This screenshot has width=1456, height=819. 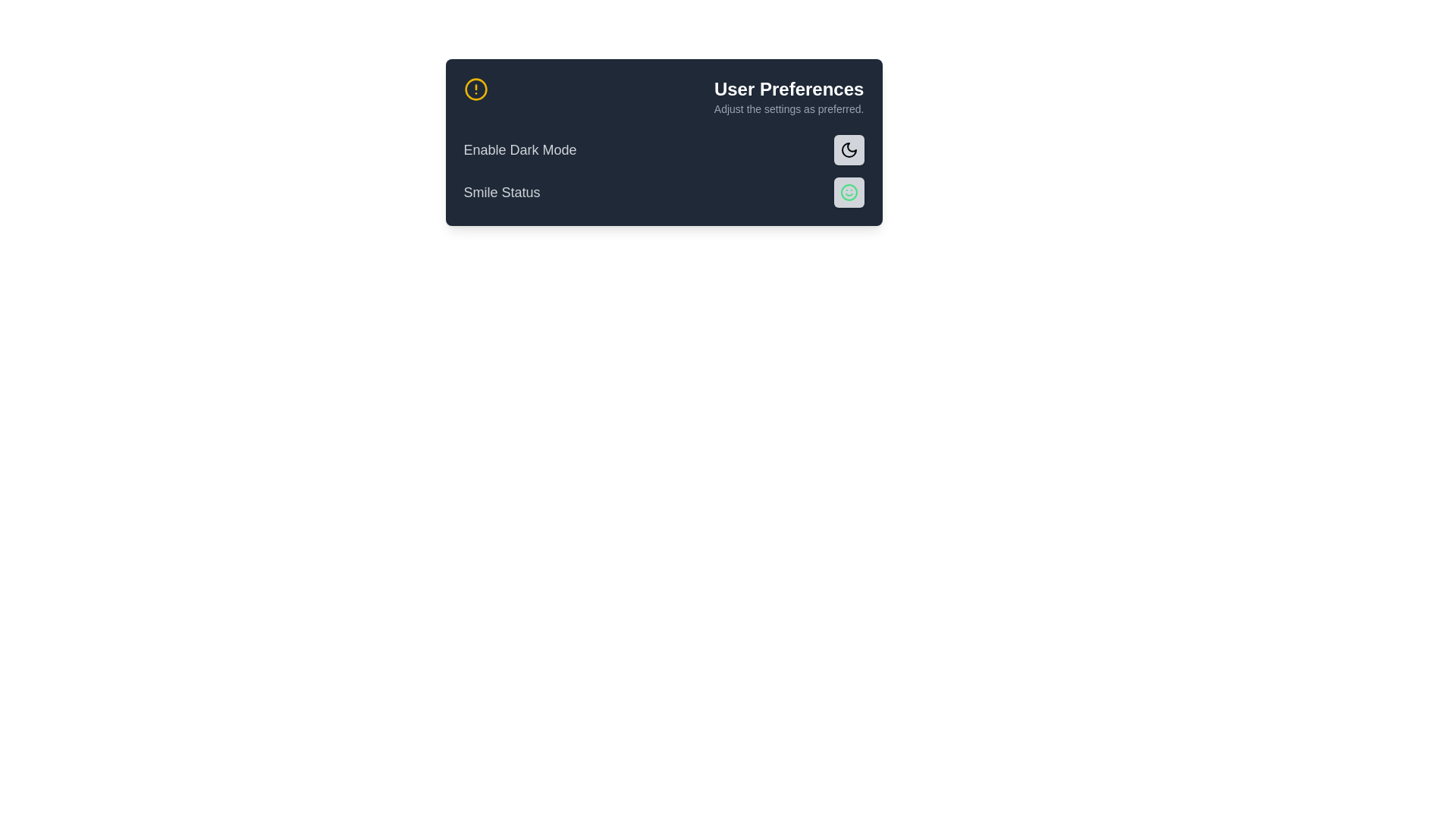 What do you see at coordinates (848, 192) in the screenshot?
I see `the green circular outline of the smiley face icon, which is centrally positioned and adjacent to the 'Smile Status' label` at bounding box center [848, 192].